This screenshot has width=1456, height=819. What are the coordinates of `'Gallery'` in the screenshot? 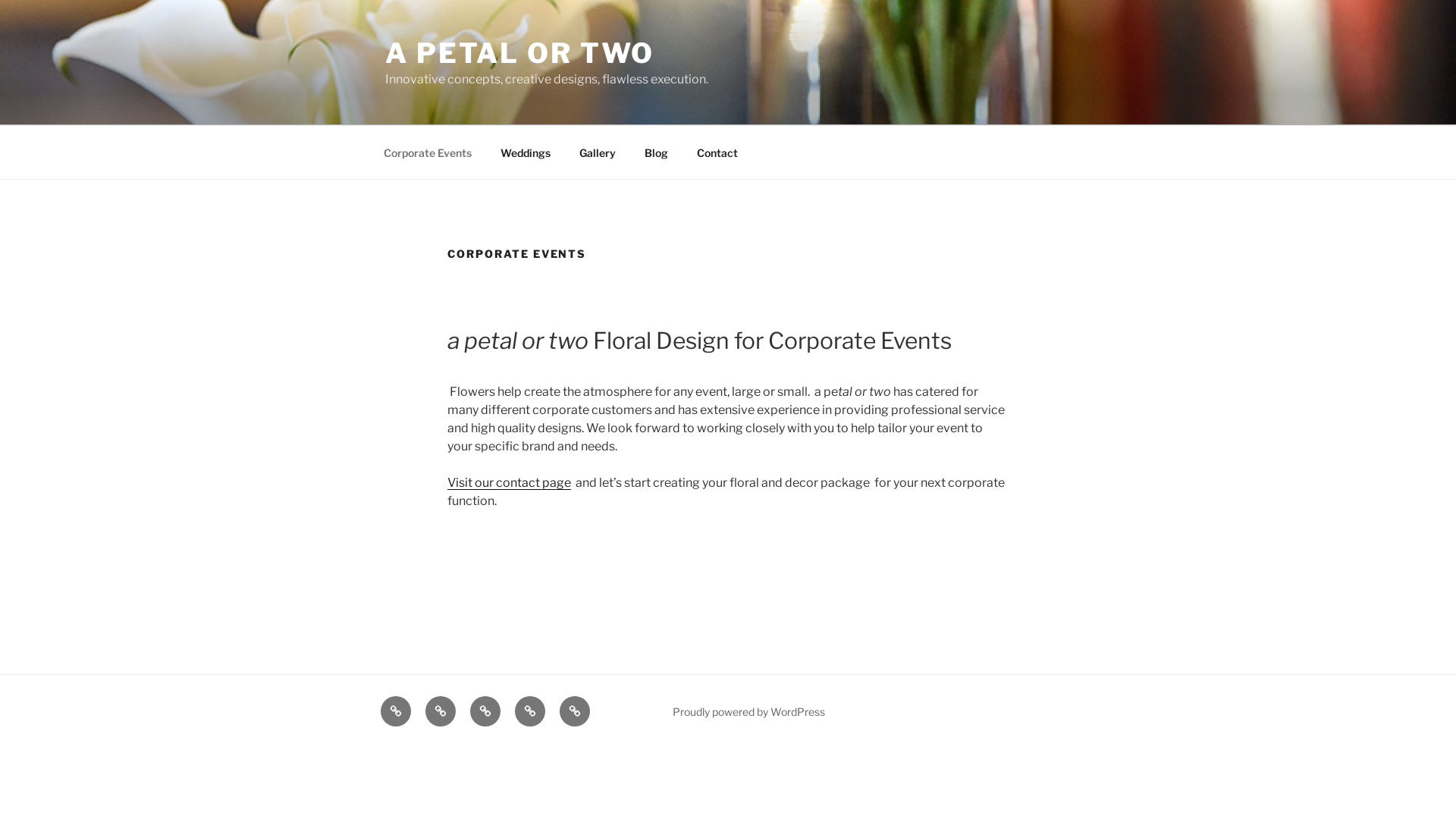 It's located at (484, 711).